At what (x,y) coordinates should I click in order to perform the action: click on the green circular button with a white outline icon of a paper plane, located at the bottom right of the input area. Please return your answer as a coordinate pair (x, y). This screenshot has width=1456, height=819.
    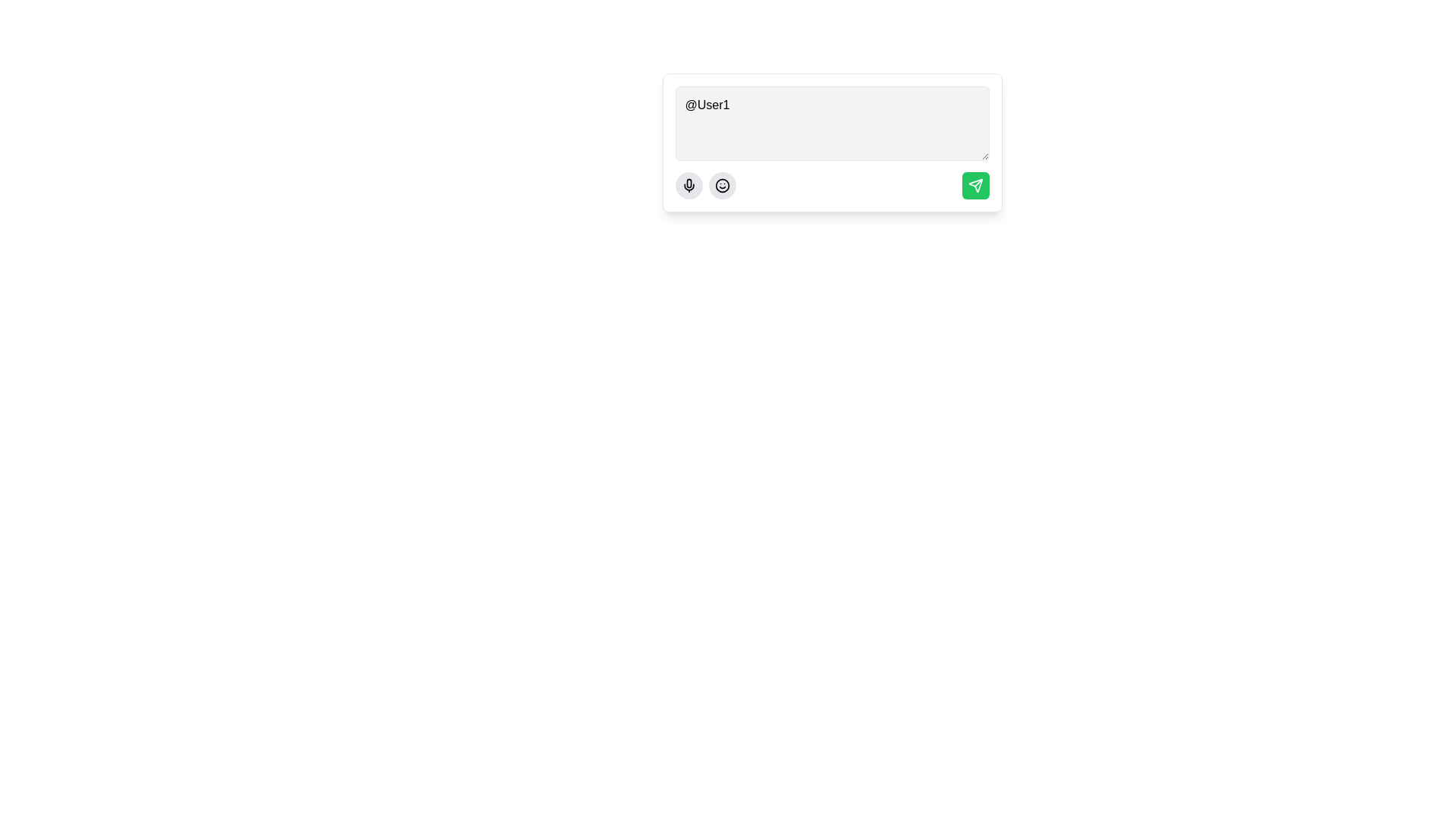
    Looking at the image, I should click on (975, 185).